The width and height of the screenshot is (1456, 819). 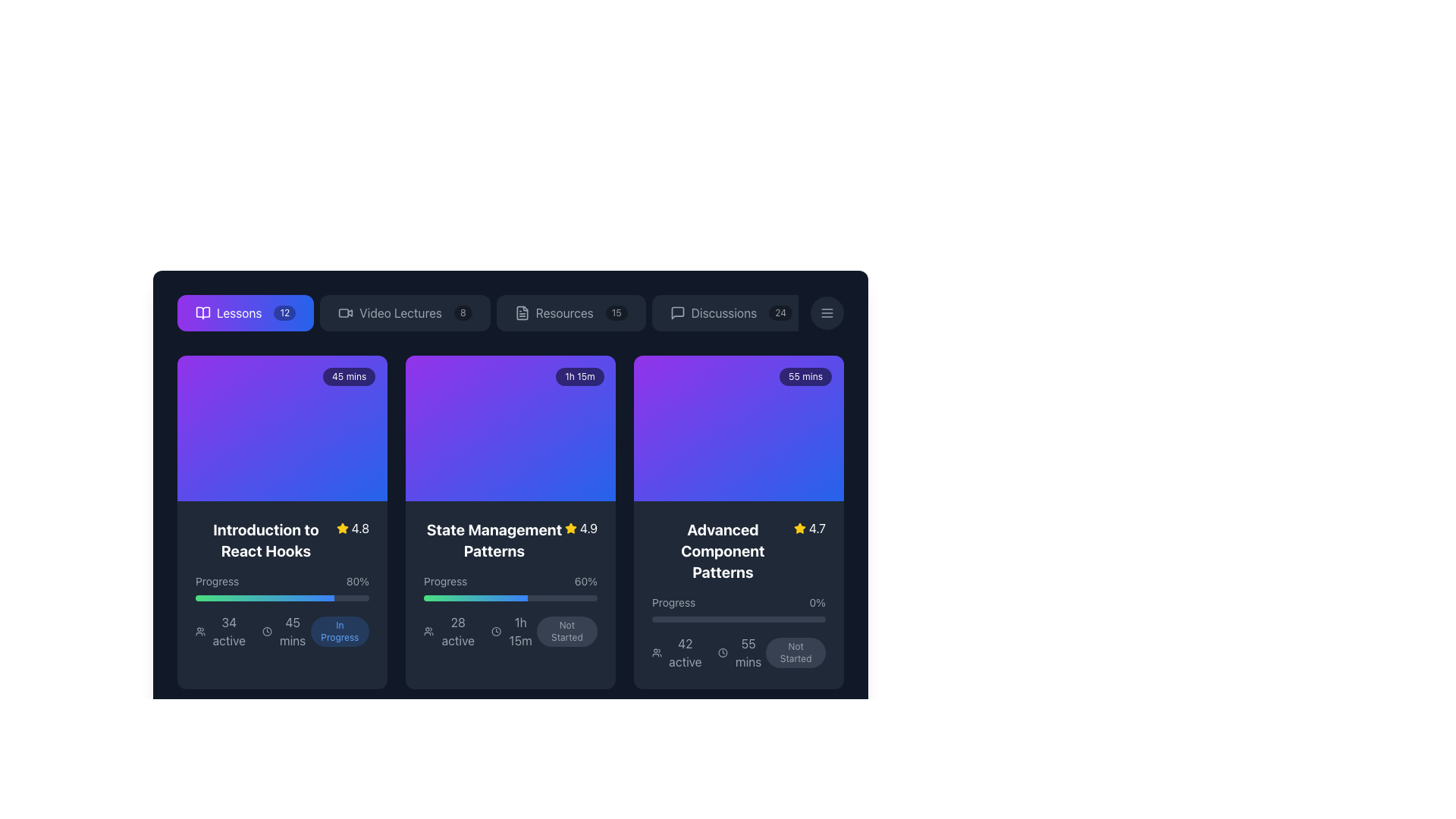 What do you see at coordinates (585, 581) in the screenshot?
I see `text label displaying '60%' located in the bottom-right corner of the second card within the 'State Management Patterns' section` at bounding box center [585, 581].